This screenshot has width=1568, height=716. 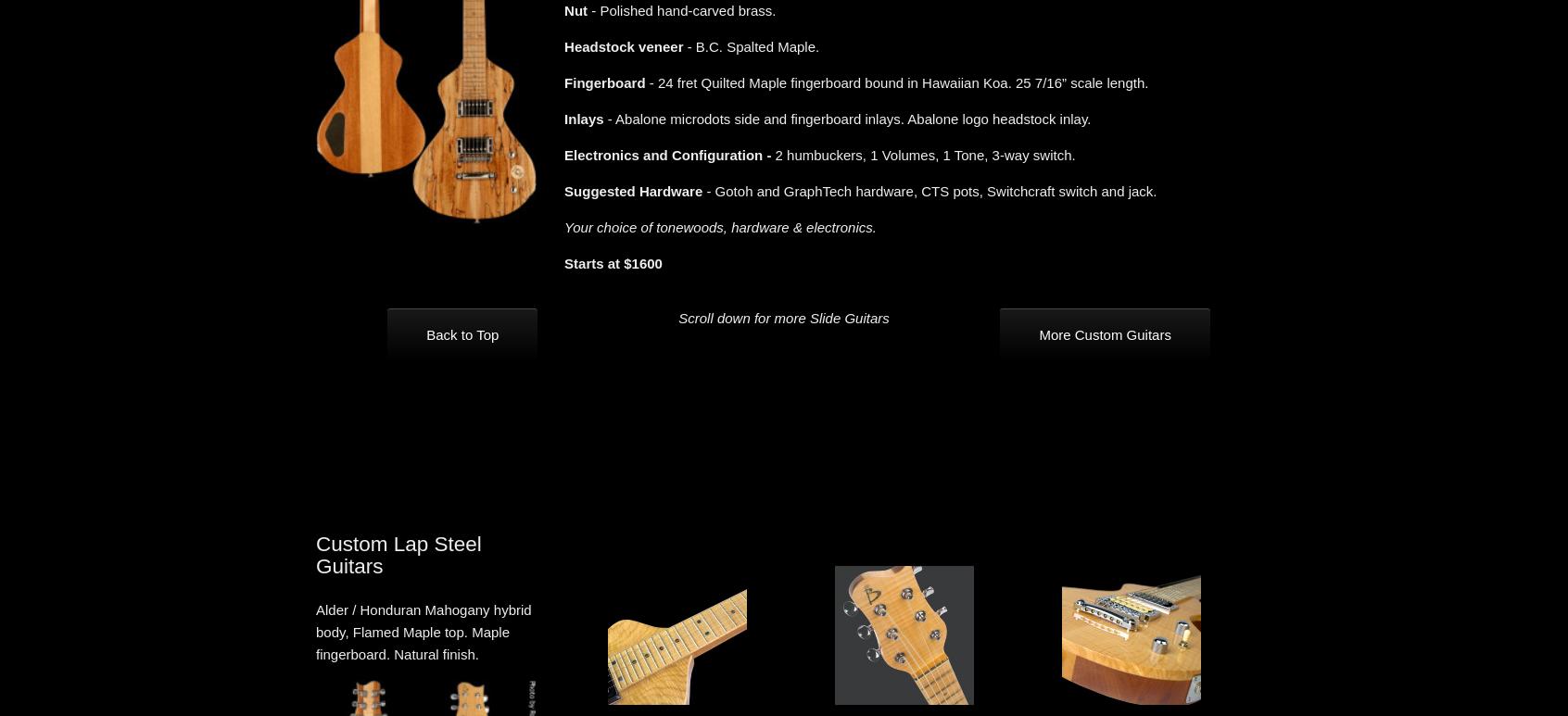 I want to click on '2 humbuckers, 1 Volumes, 1 Tone, 3-way switch.', so click(x=770, y=155).